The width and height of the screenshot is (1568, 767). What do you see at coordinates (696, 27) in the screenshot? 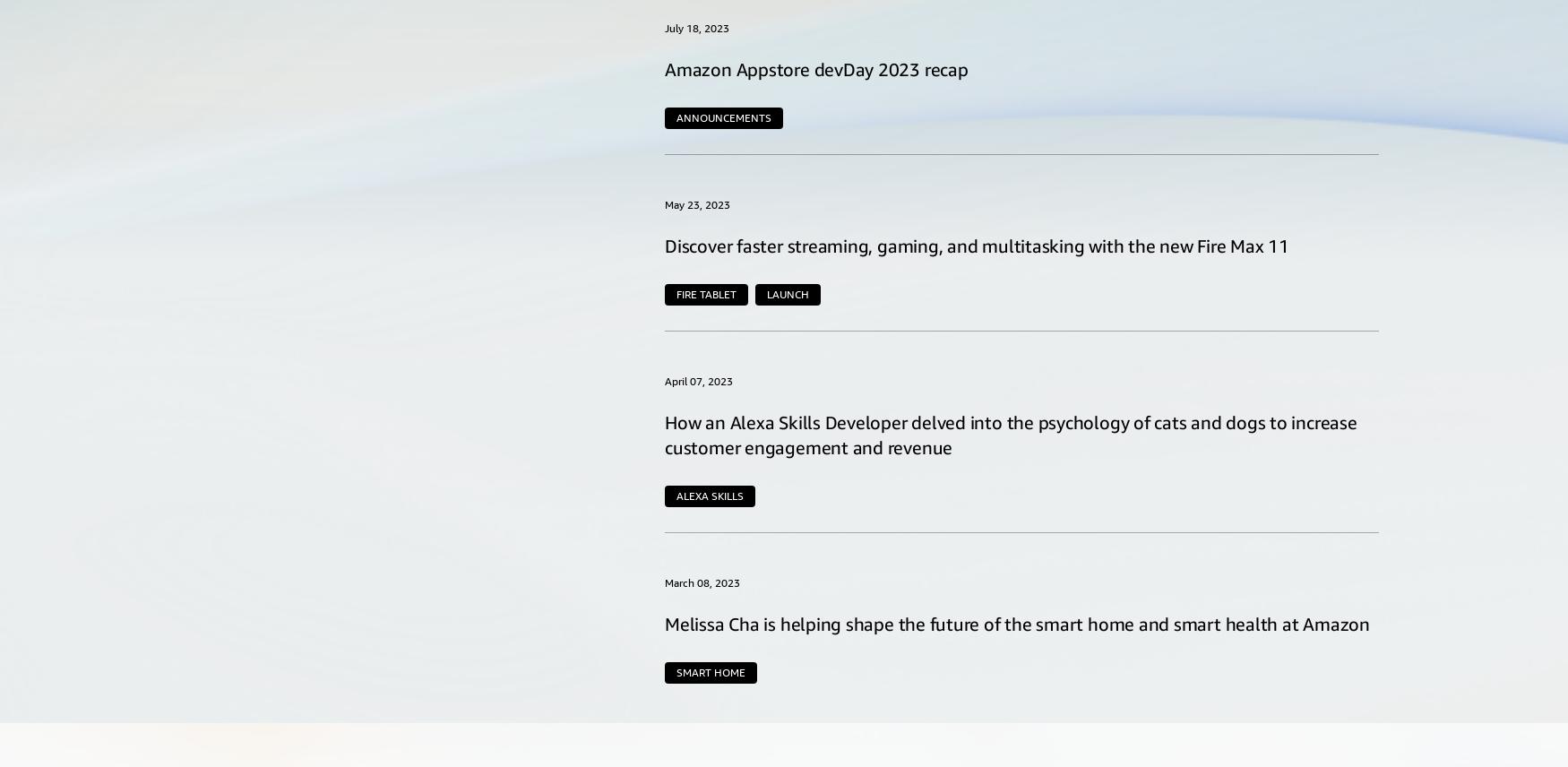
I see `'July 18, 2023'` at bounding box center [696, 27].